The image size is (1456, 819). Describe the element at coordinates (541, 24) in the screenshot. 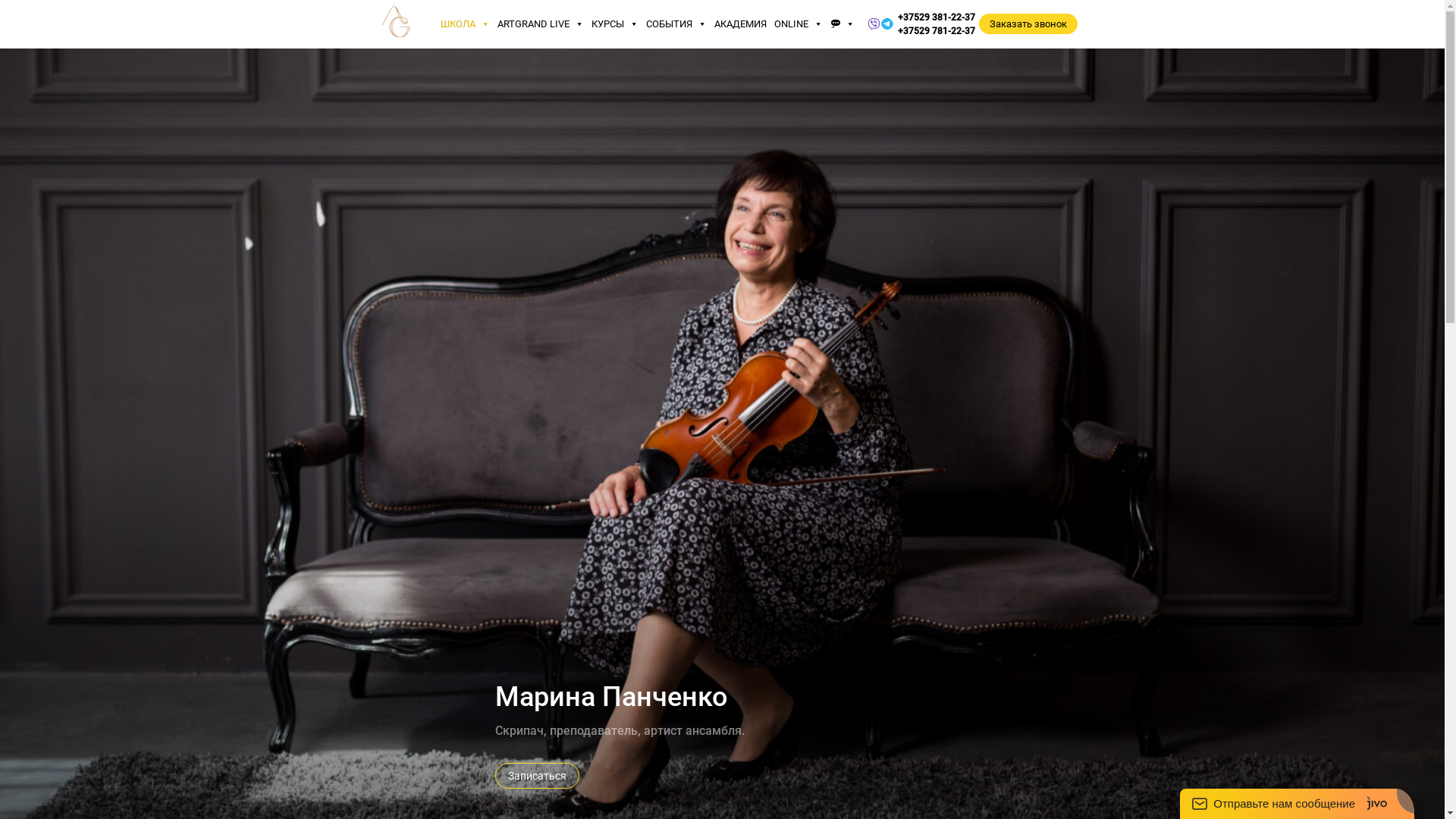

I see `'ARTGRAND LIVE'` at that location.